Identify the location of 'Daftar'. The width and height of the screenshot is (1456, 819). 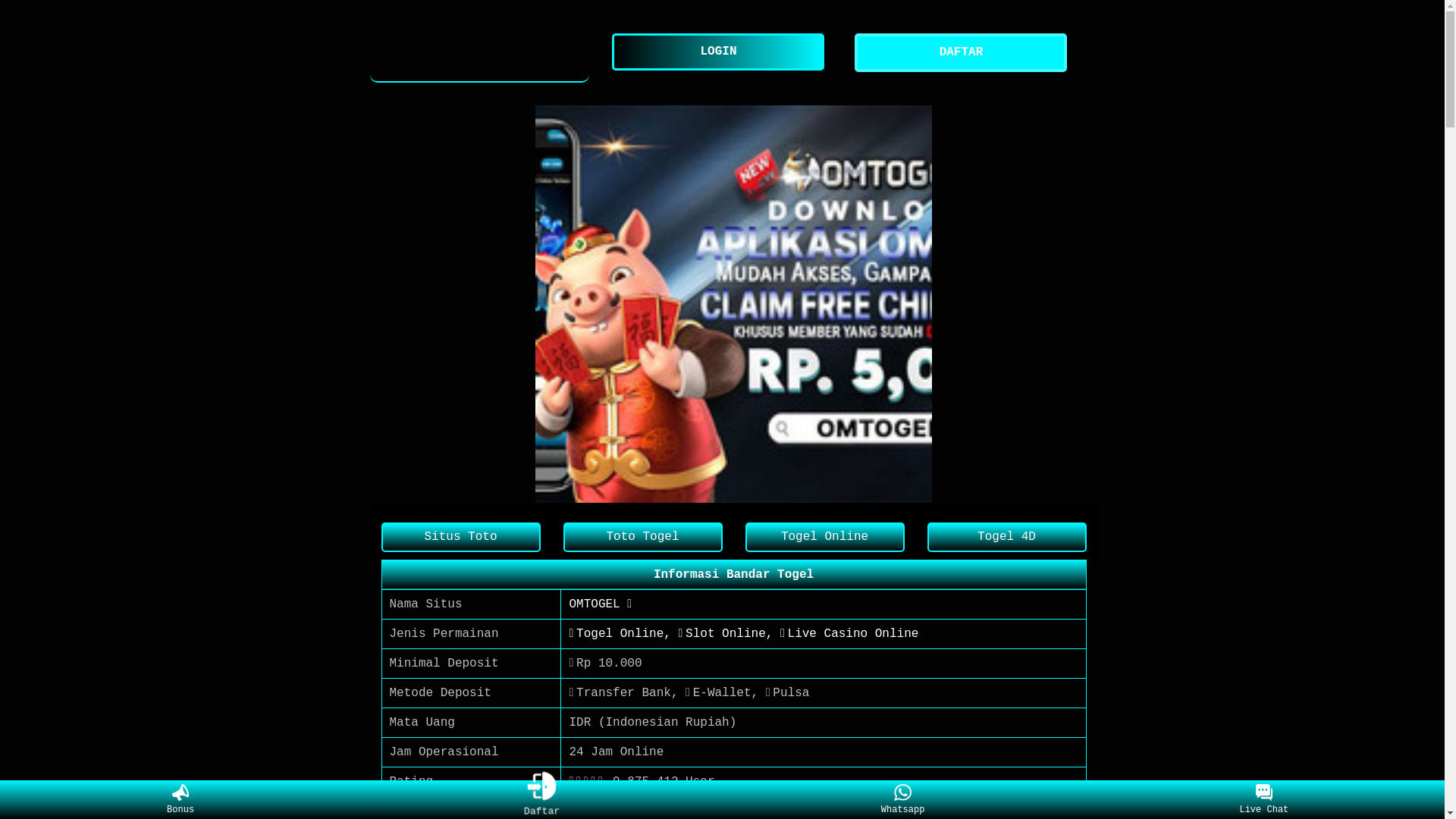
(538, 795).